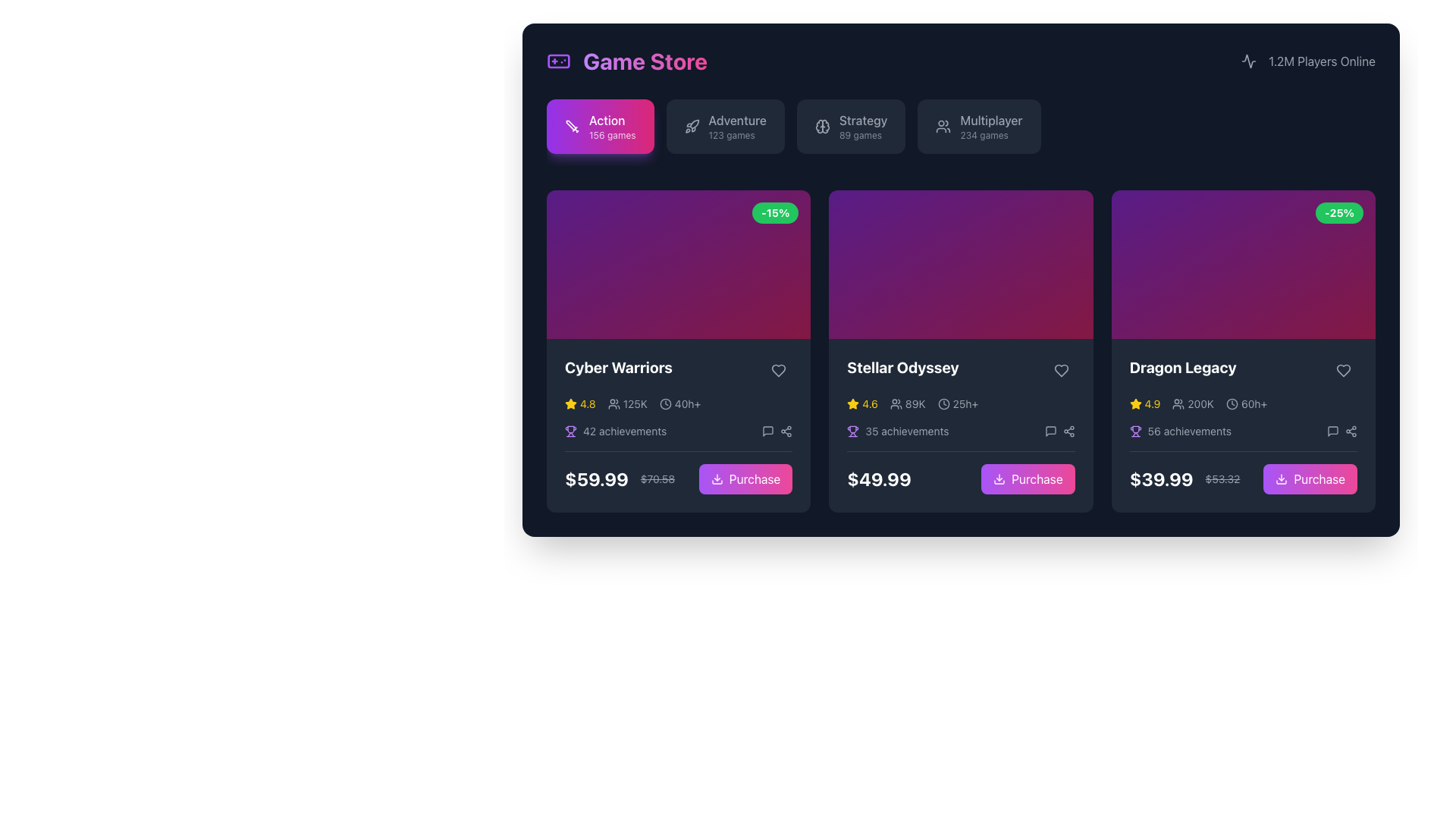  What do you see at coordinates (1060, 370) in the screenshot?
I see `the favorite button located in the top-right corner of the 'Stellar Odyssey' card` at bounding box center [1060, 370].